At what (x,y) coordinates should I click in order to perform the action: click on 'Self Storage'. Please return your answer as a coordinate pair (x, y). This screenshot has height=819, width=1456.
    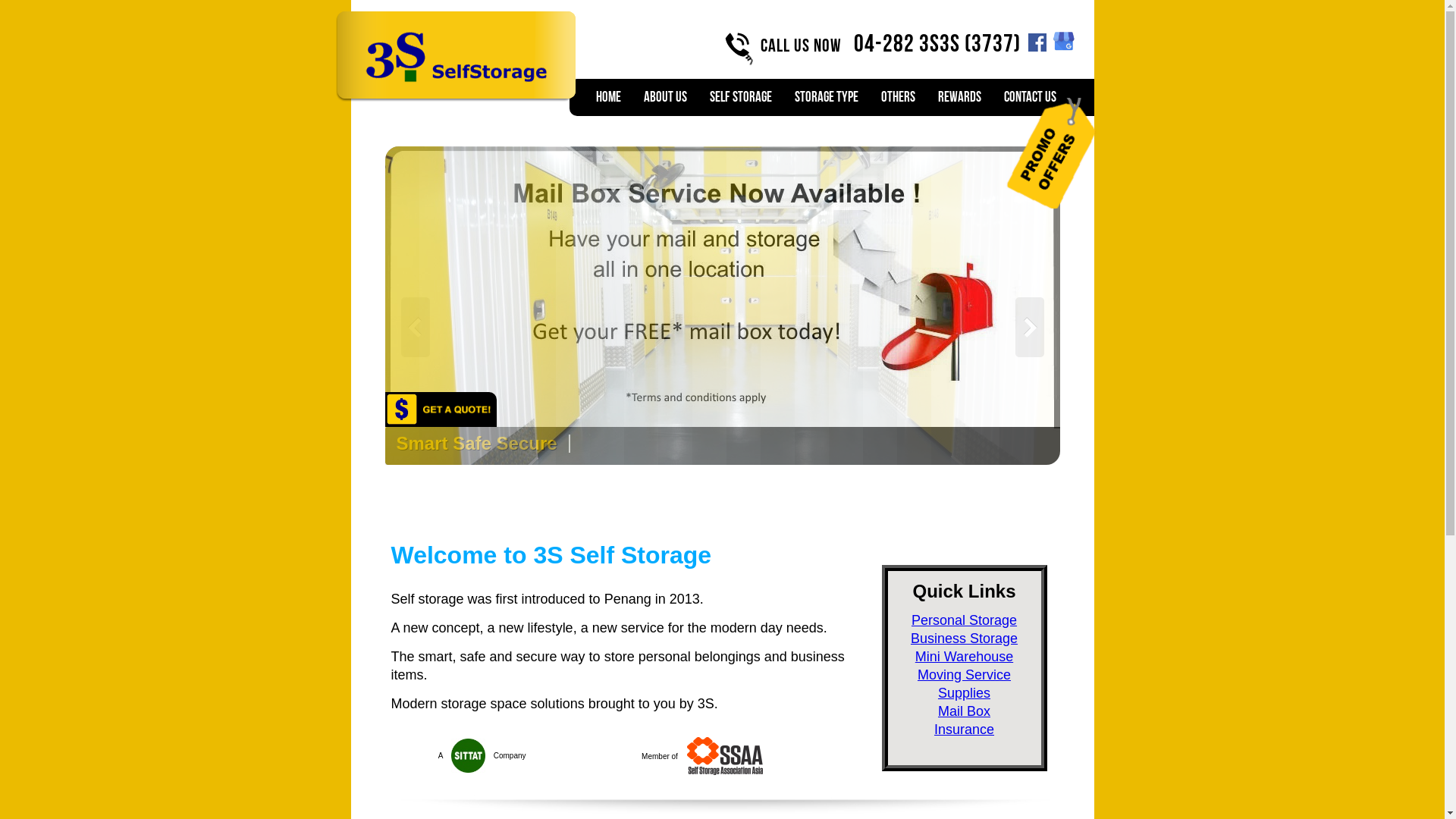
    Looking at the image, I should click on (741, 97).